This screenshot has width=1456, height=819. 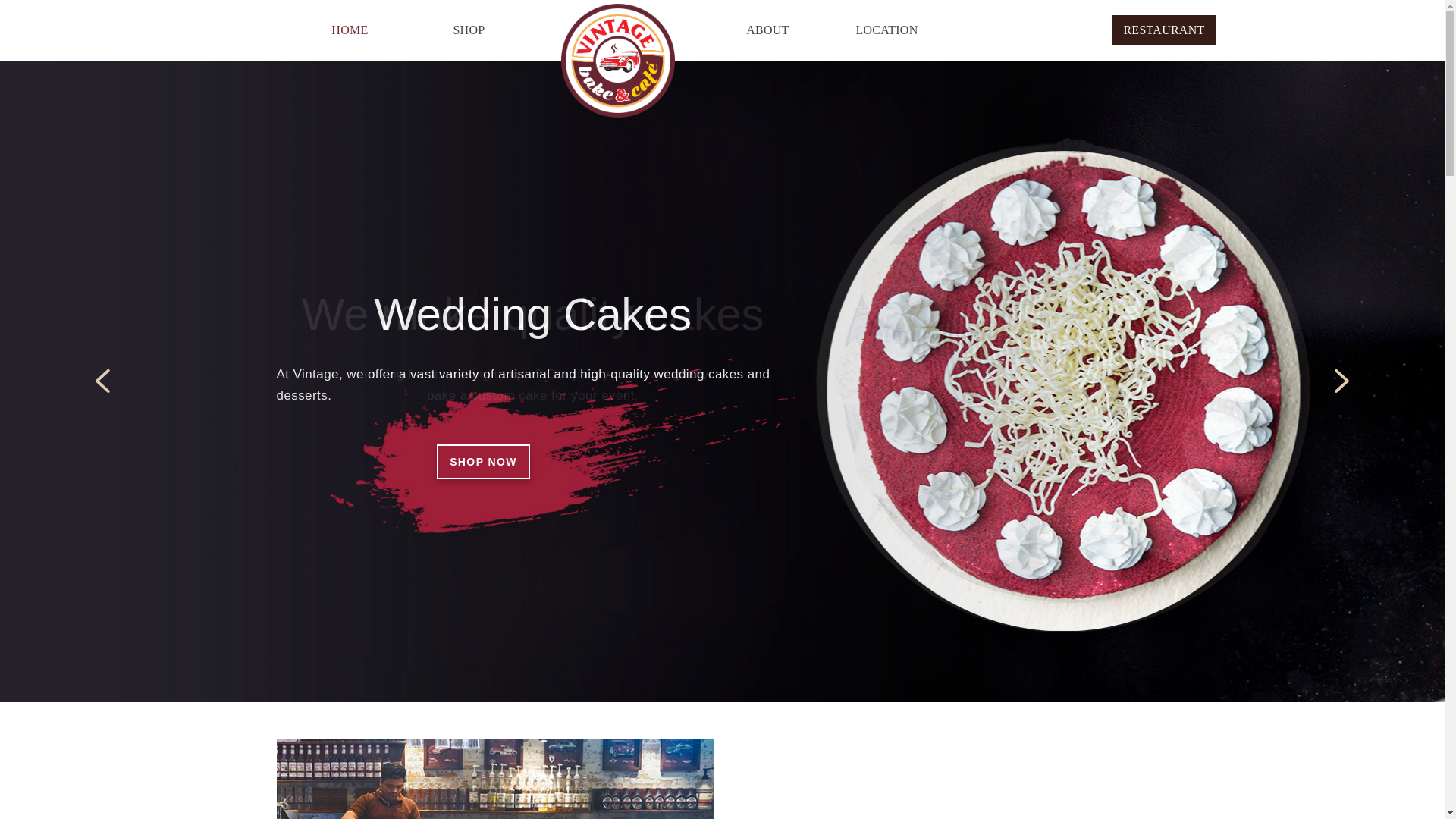 I want to click on 'SHOP', so click(x=468, y=30).